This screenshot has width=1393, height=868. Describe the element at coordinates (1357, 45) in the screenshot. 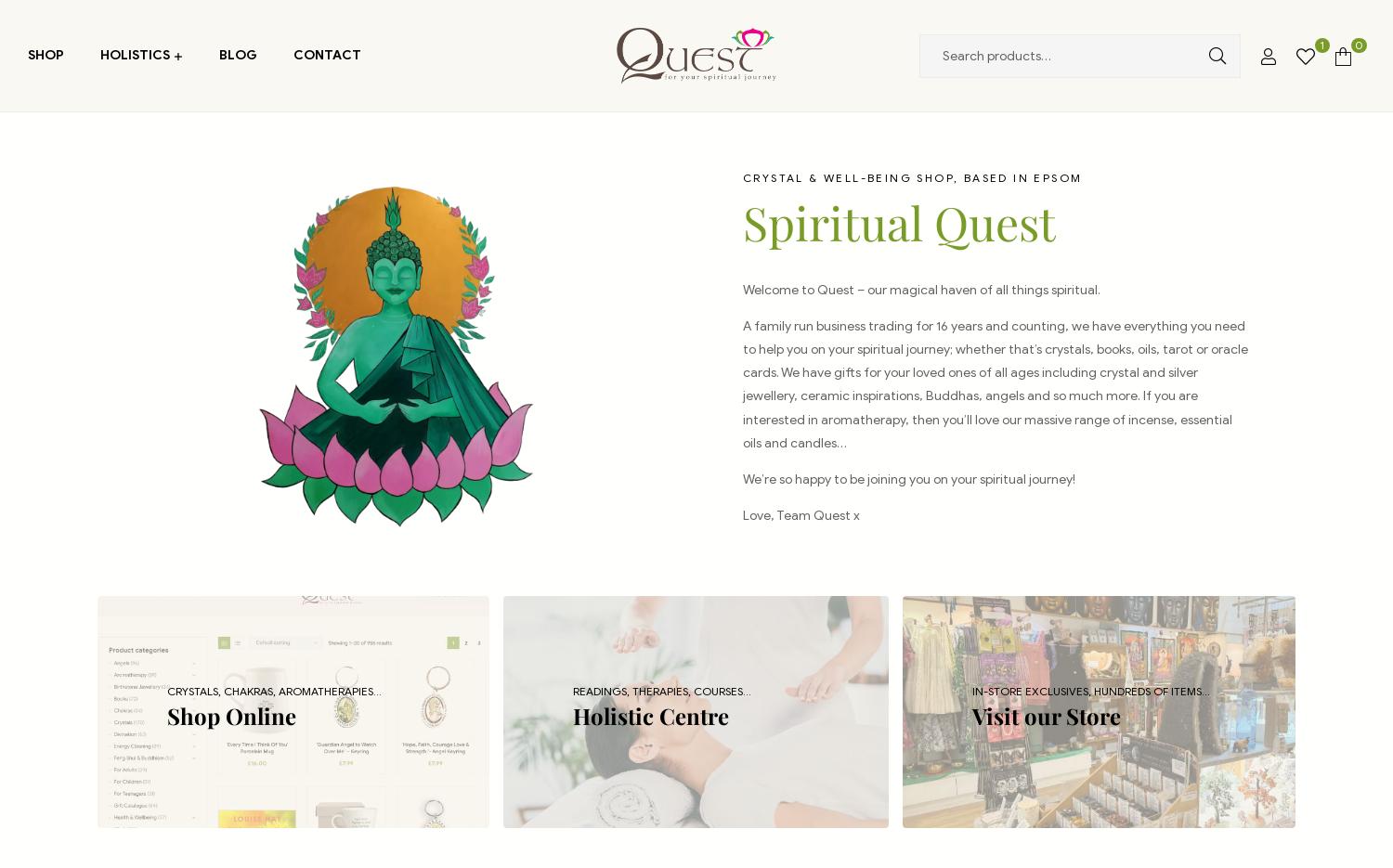

I see `'0'` at that location.